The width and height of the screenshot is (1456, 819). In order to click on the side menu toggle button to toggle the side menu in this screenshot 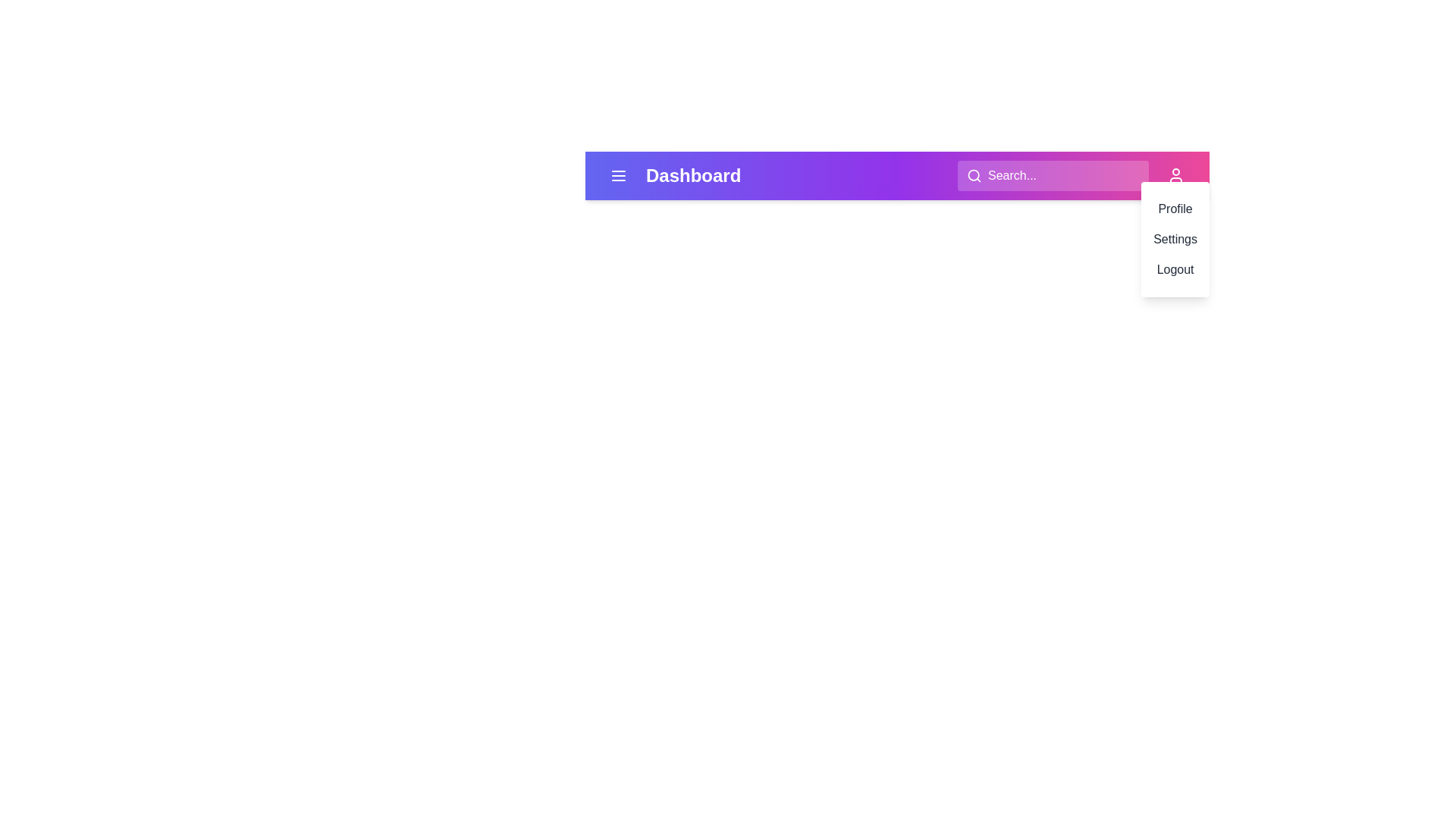, I will do `click(619, 174)`.